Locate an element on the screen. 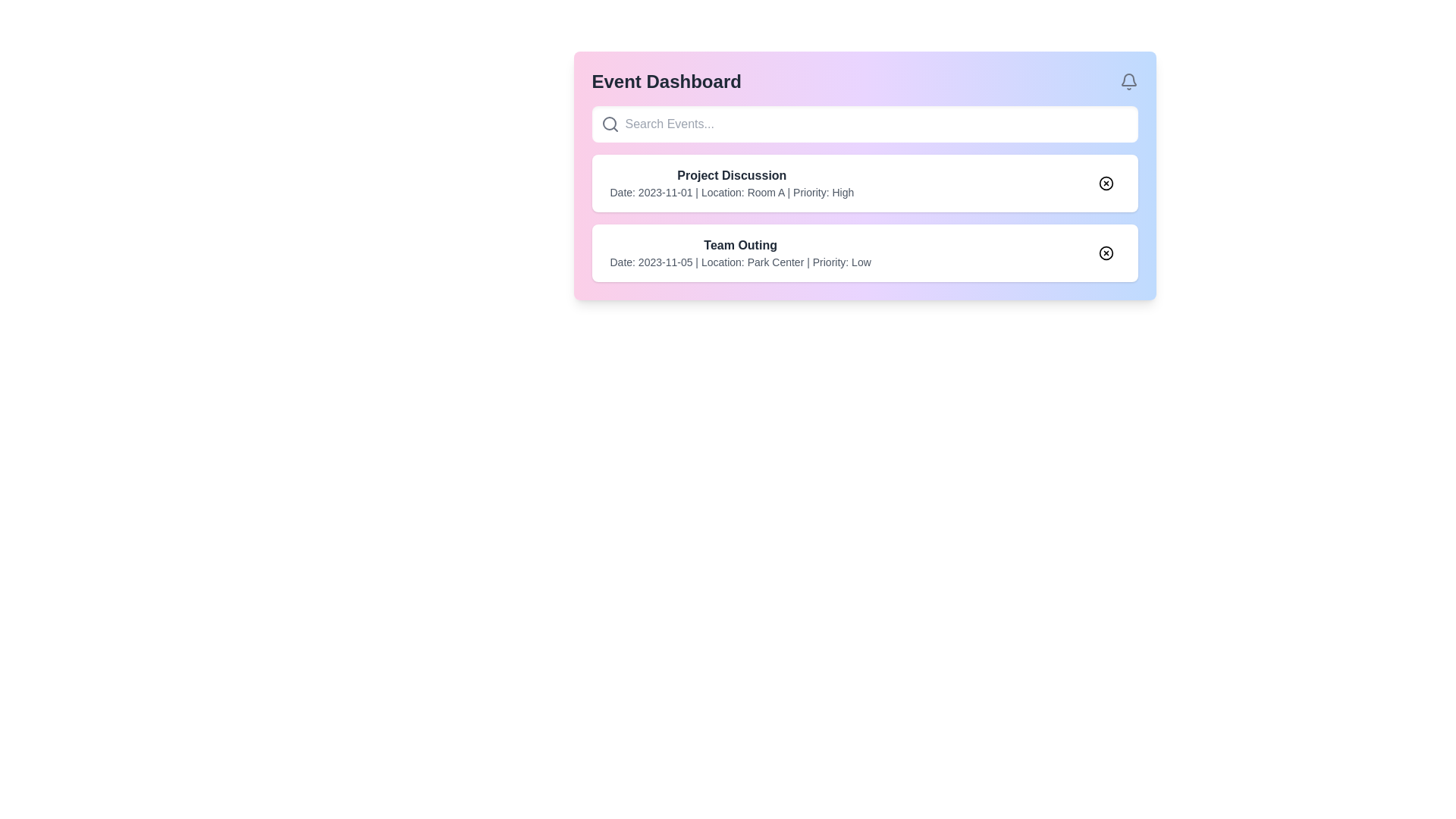 The height and width of the screenshot is (819, 1456). the notification icon represented by a bell shape located at the upper-right corner of the 'Event Dashboard' is located at coordinates (1128, 82).